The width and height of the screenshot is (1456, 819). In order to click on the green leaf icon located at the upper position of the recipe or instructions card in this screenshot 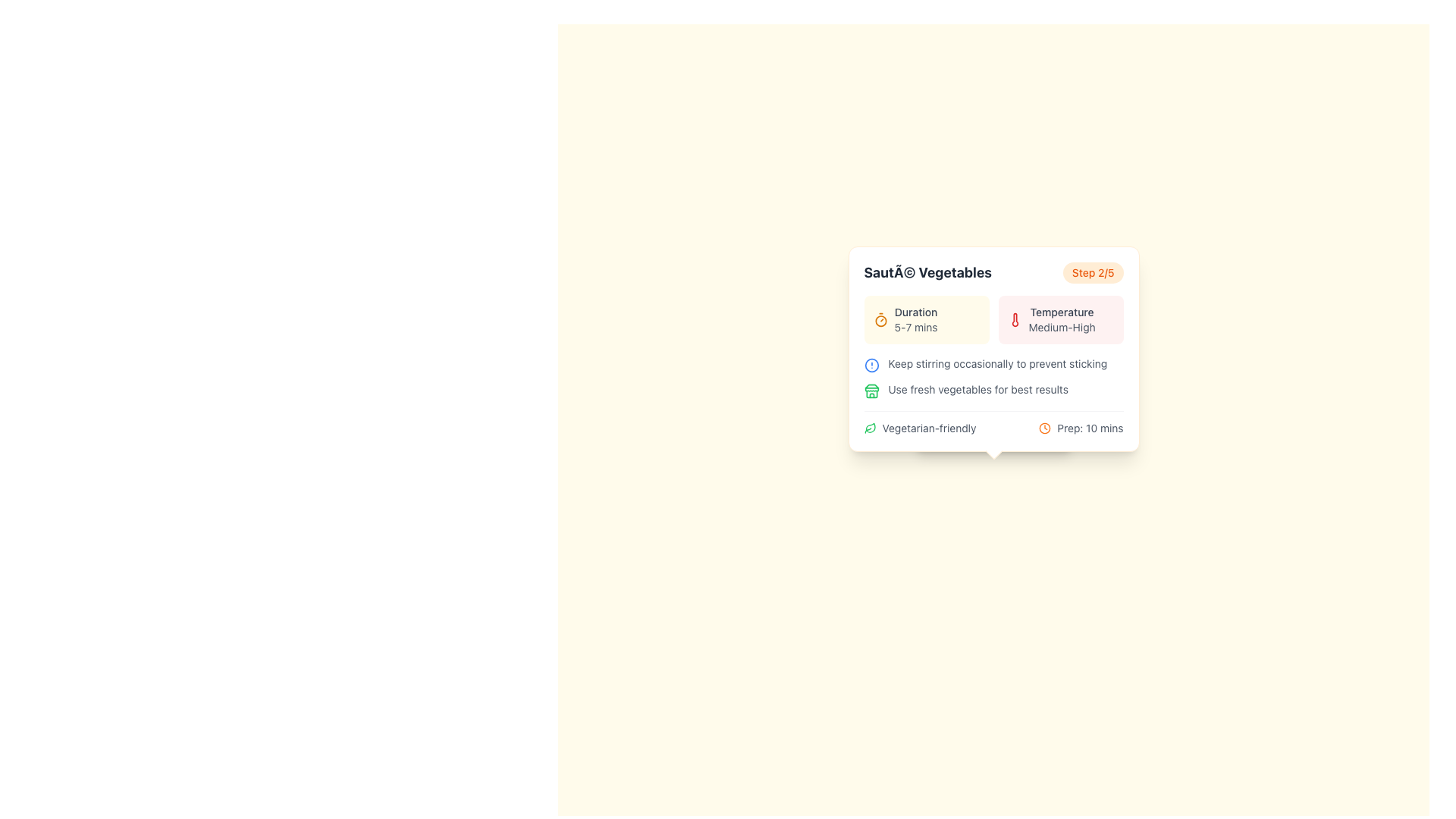, I will do `click(870, 428)`.